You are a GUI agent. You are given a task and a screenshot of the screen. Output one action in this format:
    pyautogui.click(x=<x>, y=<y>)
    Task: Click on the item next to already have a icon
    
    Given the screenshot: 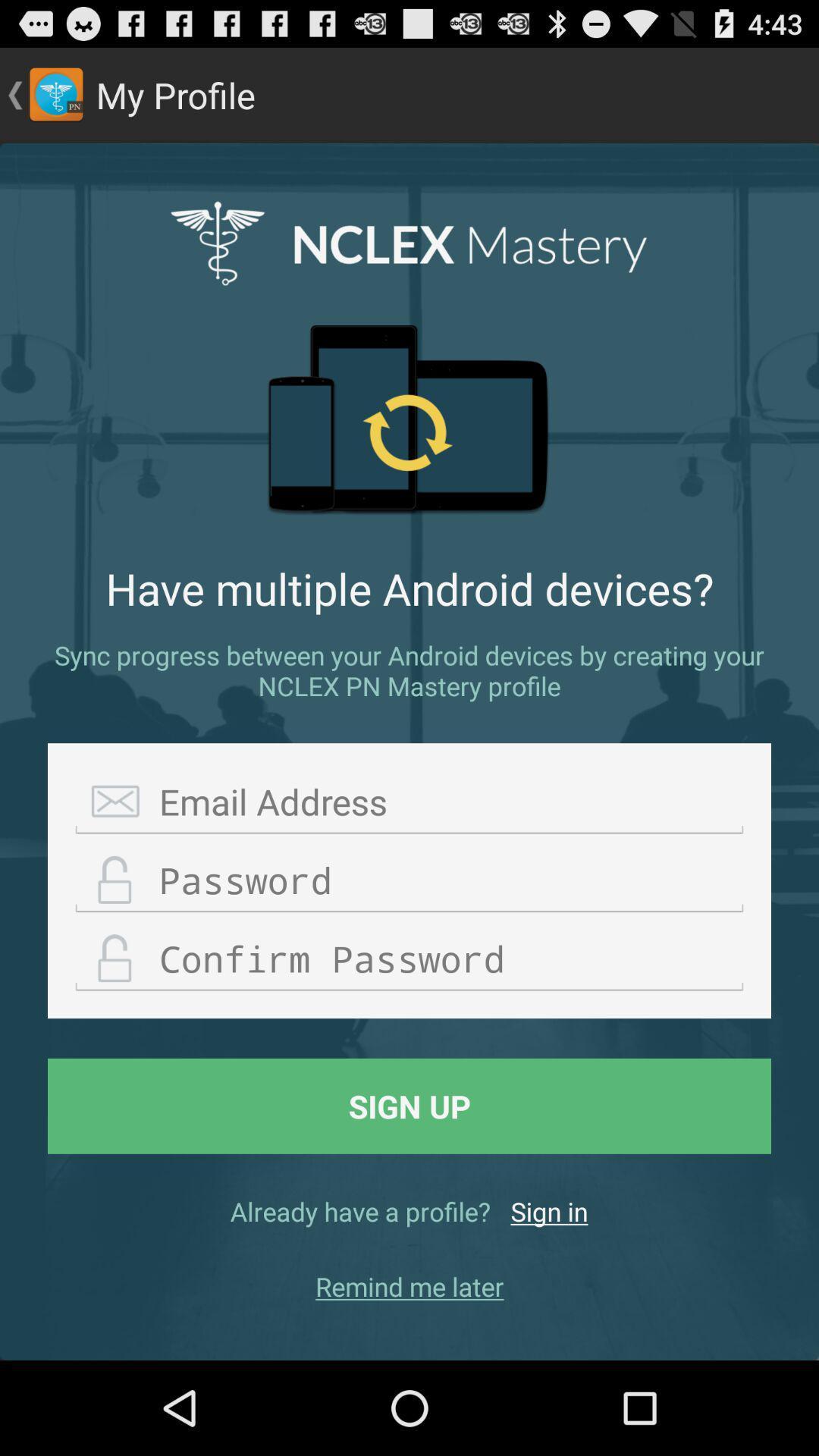 What is the action you would take?
    pyautogui.click(x=549, y=1210)
    